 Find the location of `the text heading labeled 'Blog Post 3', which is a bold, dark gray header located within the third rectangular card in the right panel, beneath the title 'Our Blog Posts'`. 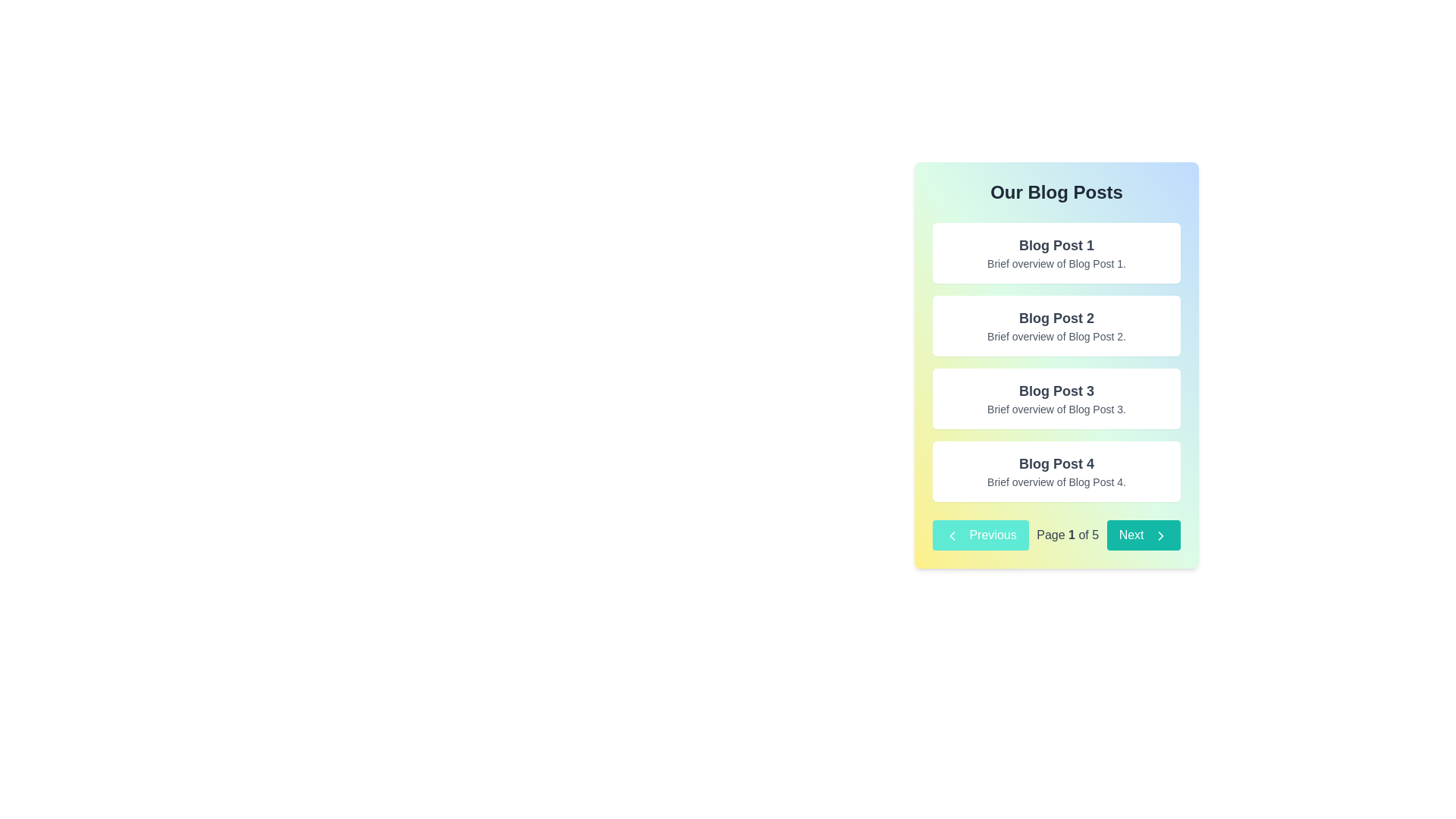

the text heading labeled 'Blog Post 3', which is a bold, dark gray header located within the third rectangular card in the right panel, beneath the title 'Our Blog Posts' is located at coordinates (1056, 391).